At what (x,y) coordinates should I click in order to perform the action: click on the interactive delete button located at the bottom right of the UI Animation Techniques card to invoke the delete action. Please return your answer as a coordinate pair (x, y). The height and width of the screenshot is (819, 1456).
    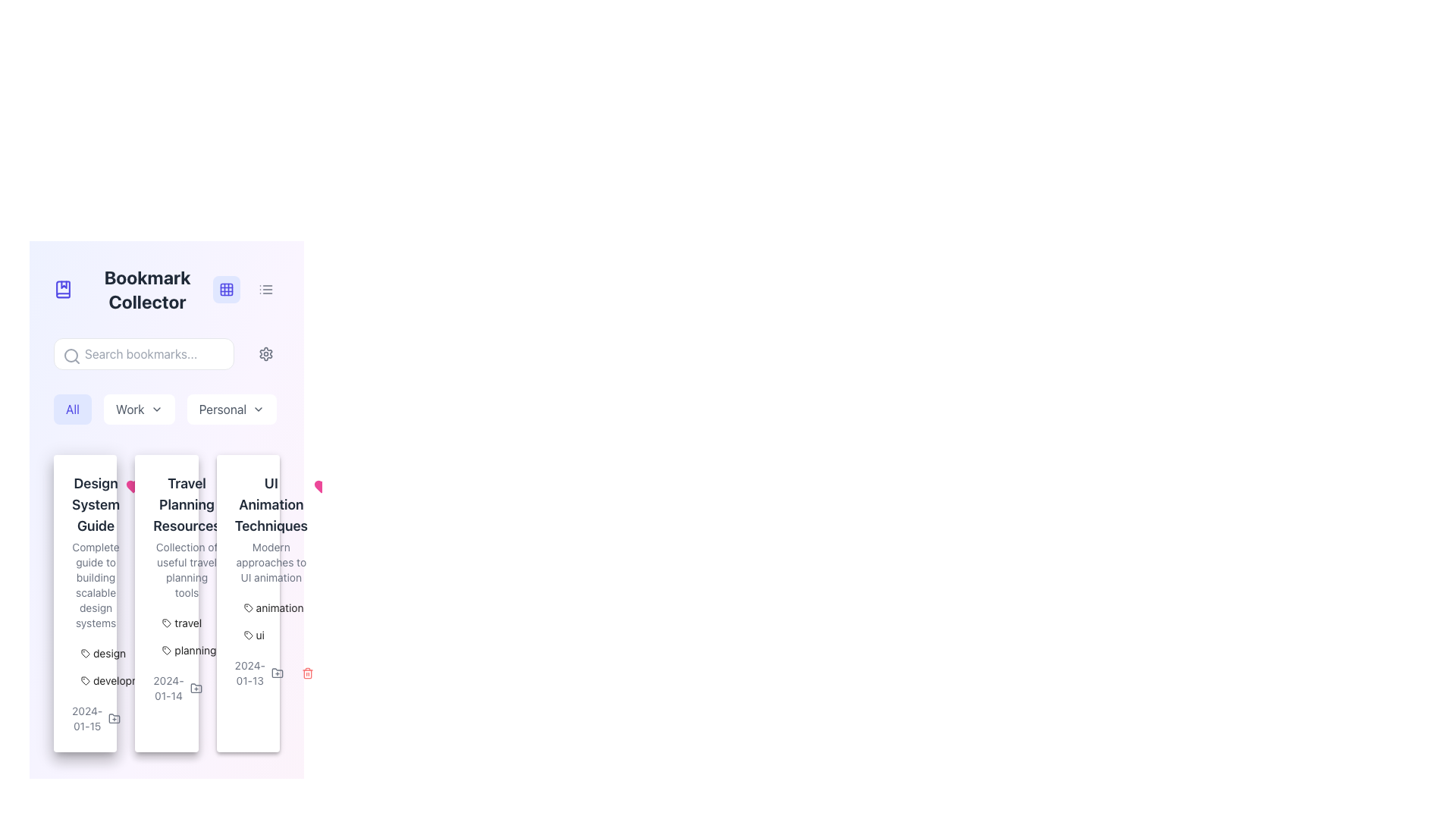
    Looking at the image, I should click on (307, 672).